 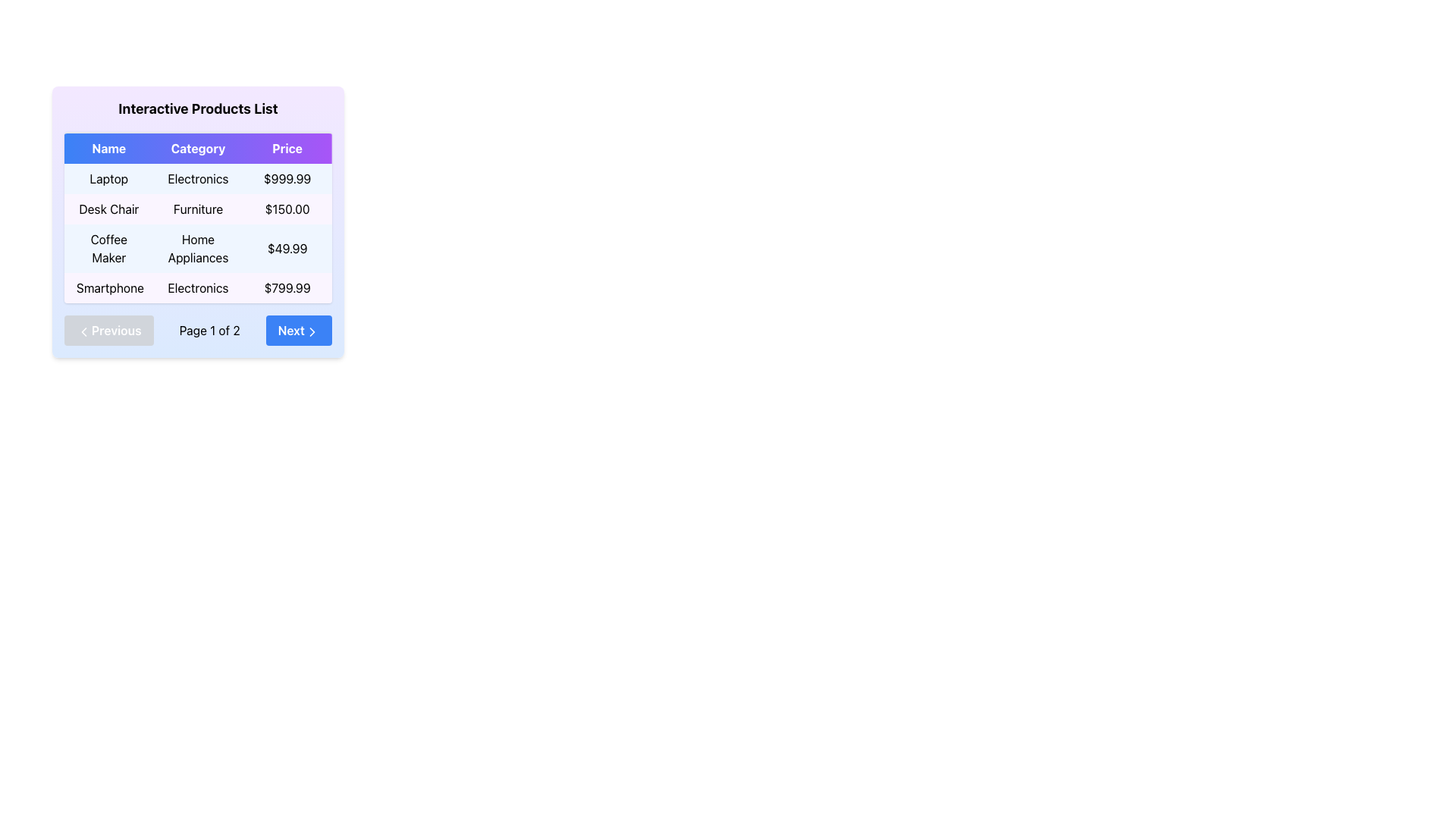 I want to click on the text label that reads 'Interactive Products List', which is styled with a bold font and centered alignment, located above a table with data entries, so click(x=197, y=108).